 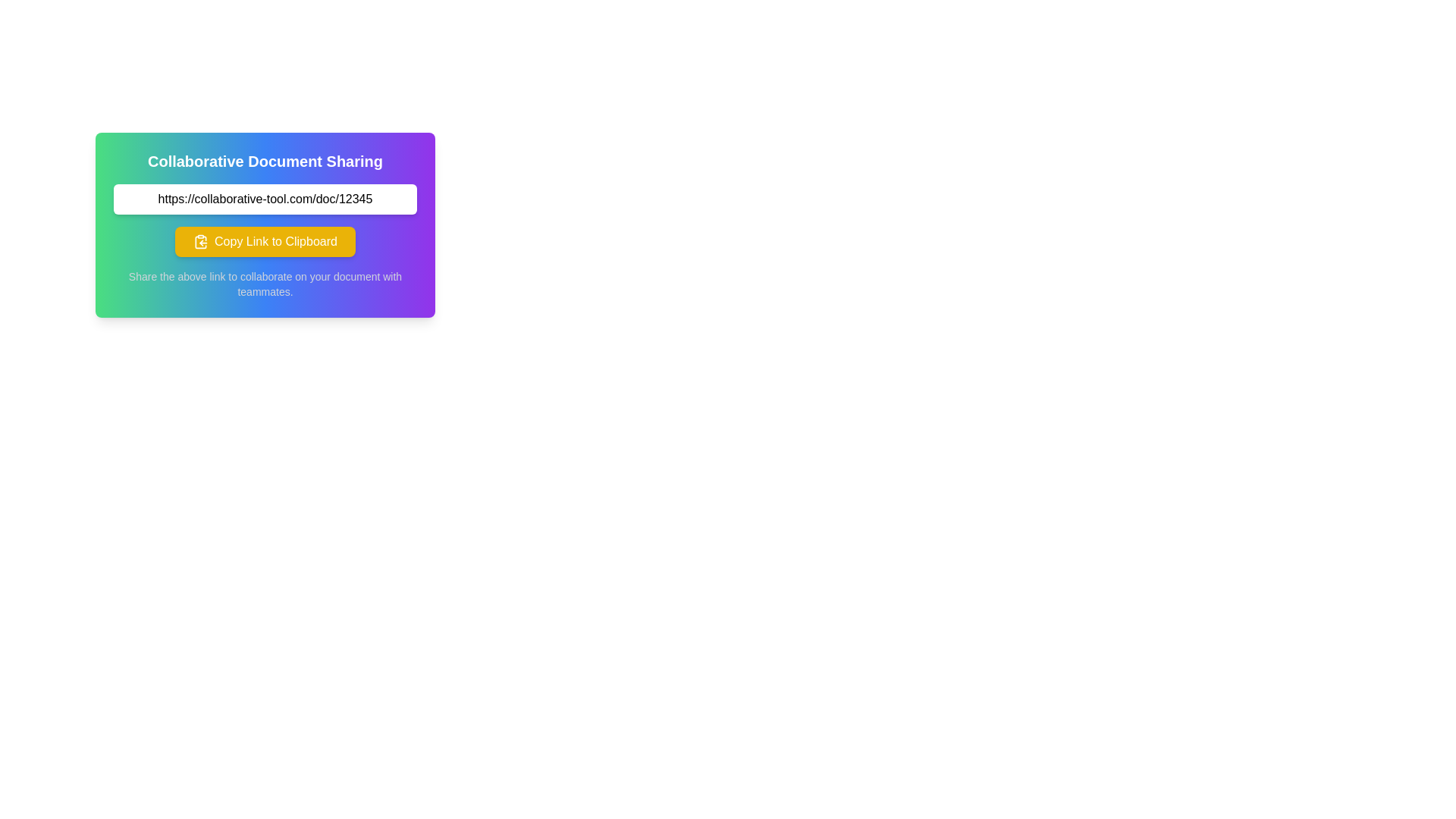 I want to click on the button with yellow background and text 'Copy Link to Clipboard', so click(x=265, y=241).